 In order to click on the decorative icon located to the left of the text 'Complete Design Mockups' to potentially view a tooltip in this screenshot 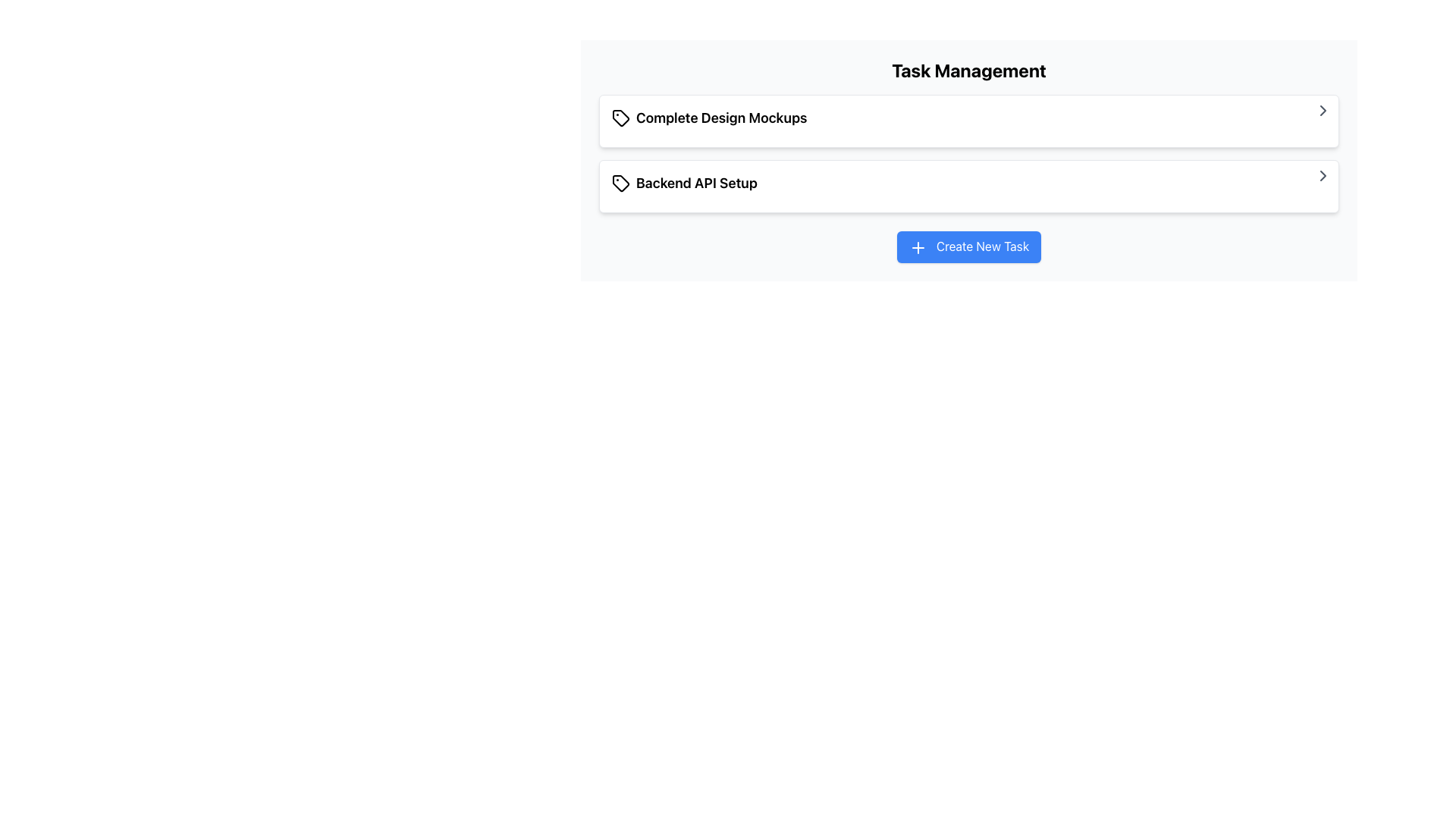, I will do `click(621, 117)`.